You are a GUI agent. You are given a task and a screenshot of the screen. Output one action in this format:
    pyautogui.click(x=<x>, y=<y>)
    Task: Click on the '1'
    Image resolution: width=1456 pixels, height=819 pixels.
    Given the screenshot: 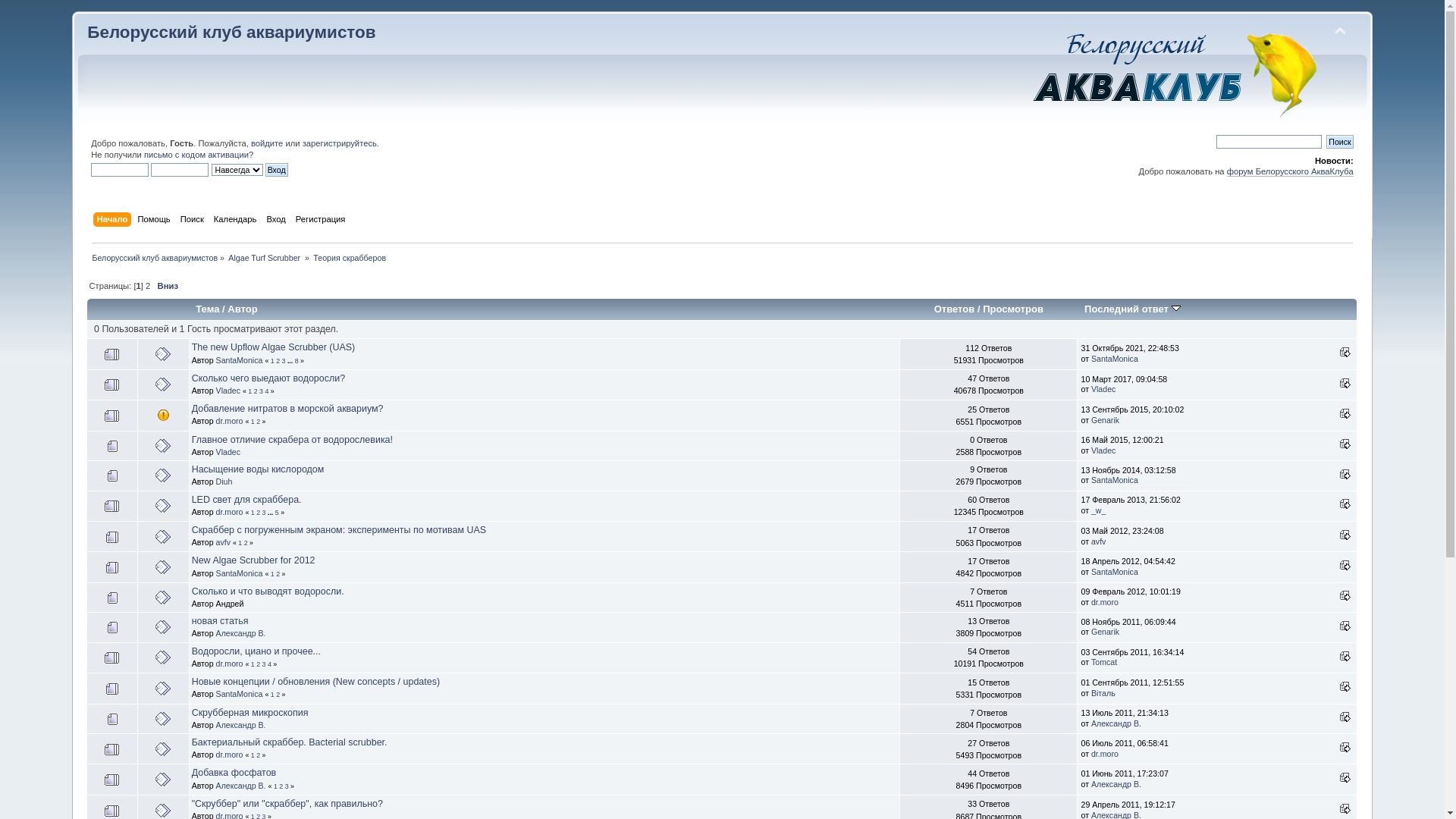 What is the action you would take?
    pyautogui.click(x=253, y=421)
    